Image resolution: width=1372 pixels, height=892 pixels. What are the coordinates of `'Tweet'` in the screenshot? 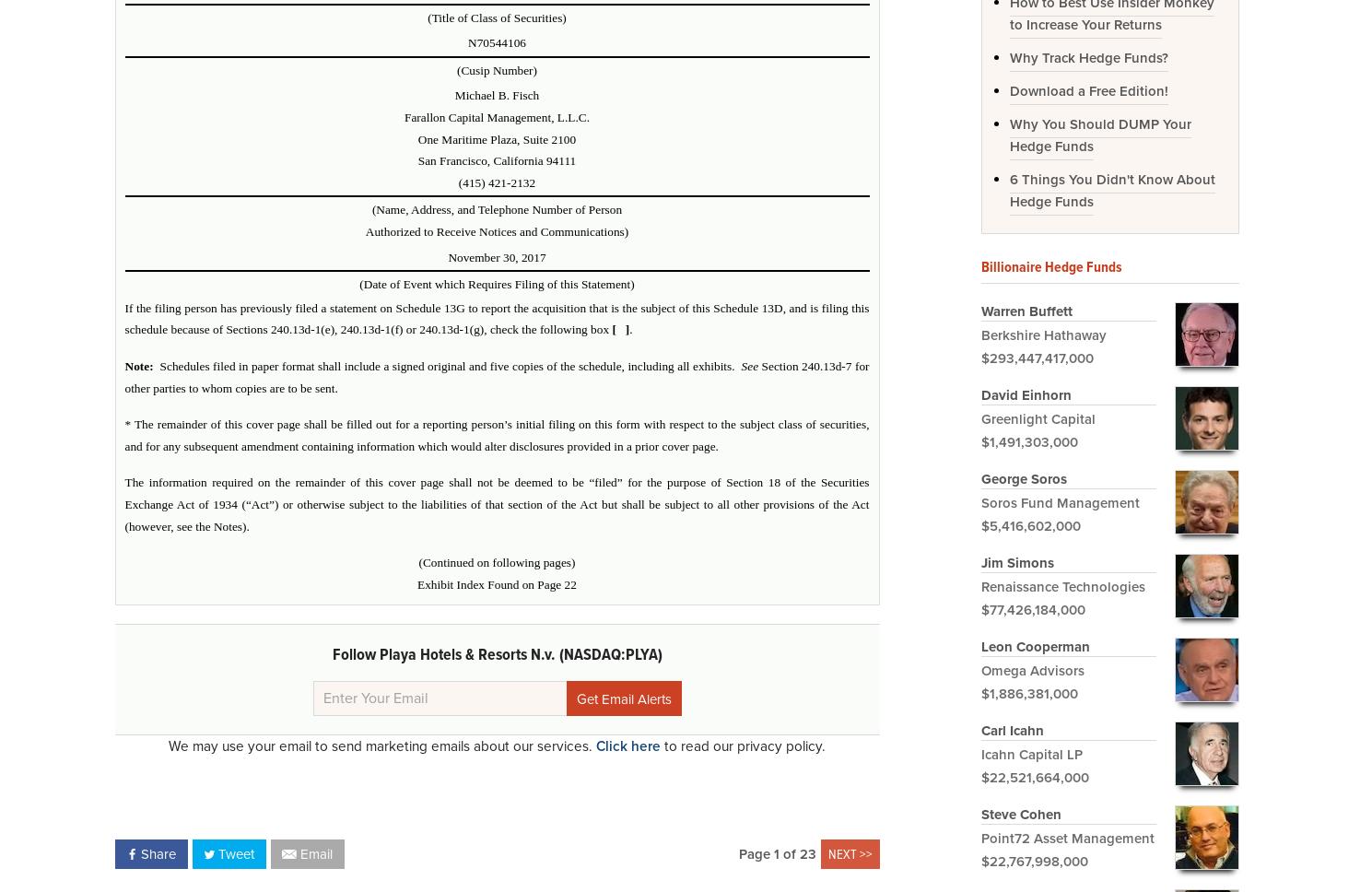 It's located at (235, 852).